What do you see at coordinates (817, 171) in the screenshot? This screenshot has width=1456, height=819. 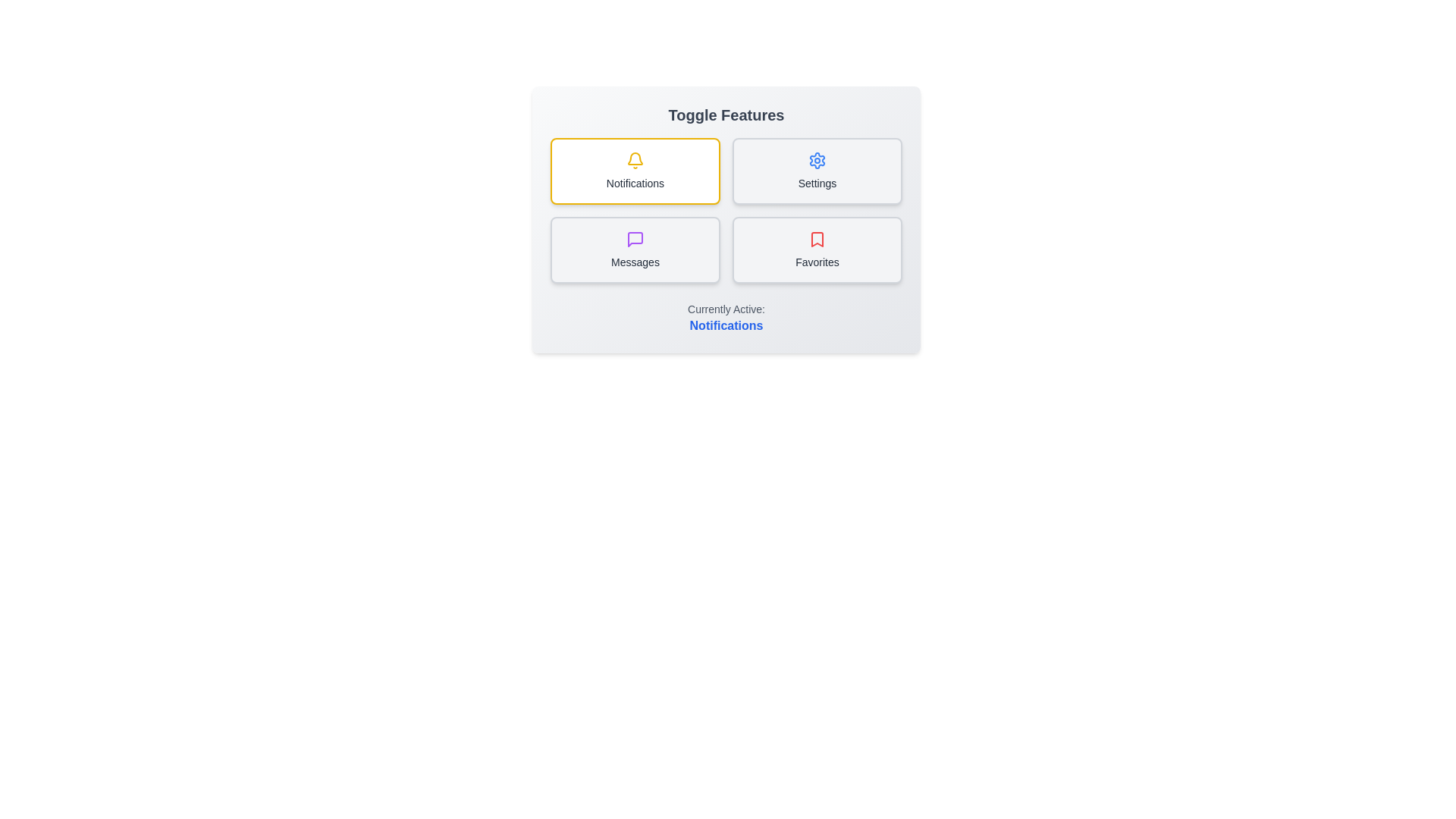 I see `the toggle option Settings by clicking on its corresponding button` at bounding box center [817, 171].